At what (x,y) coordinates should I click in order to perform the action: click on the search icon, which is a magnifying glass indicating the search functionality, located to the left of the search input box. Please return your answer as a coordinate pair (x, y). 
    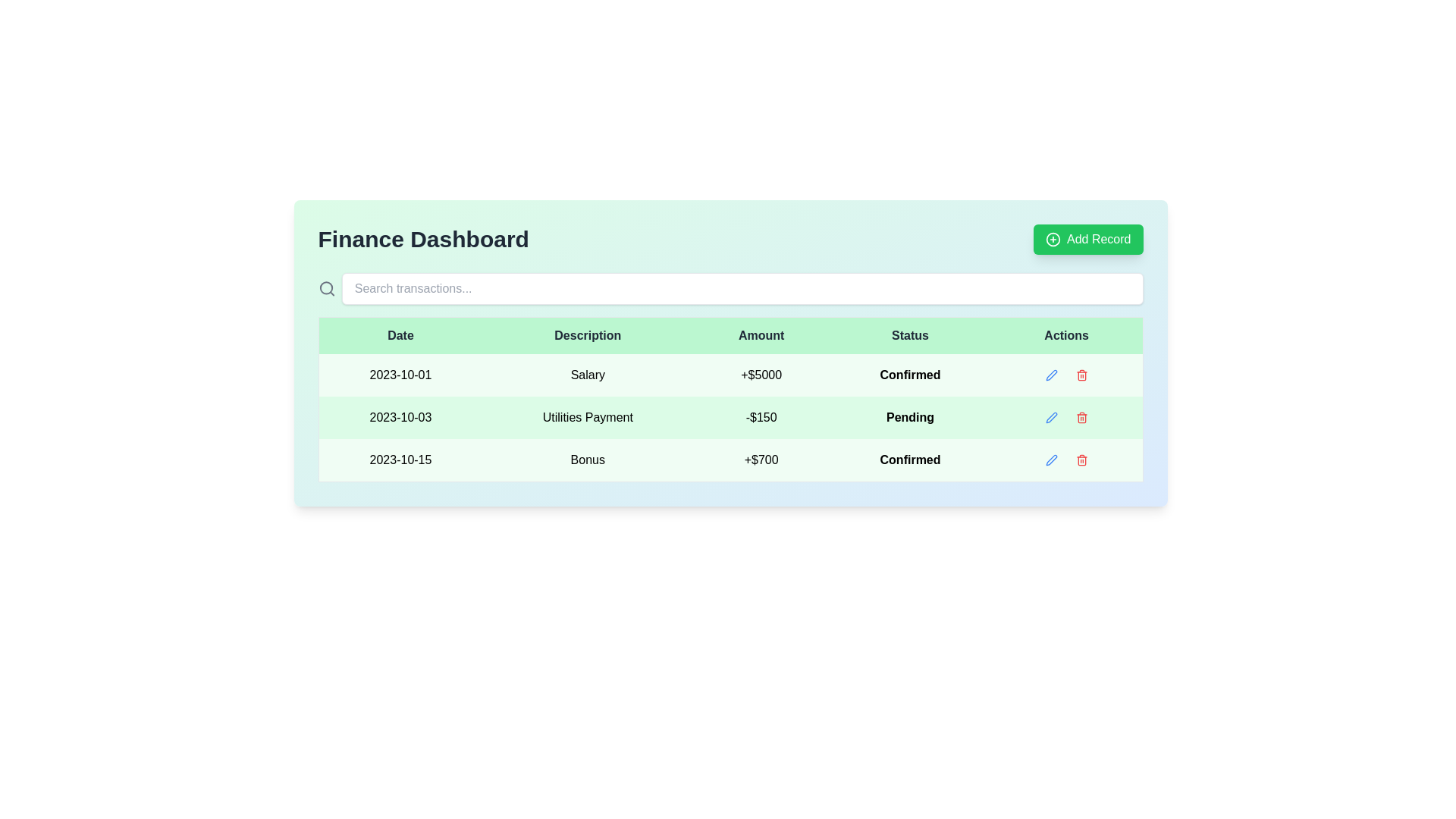
    Looking at the image, I should click on (325, 288).